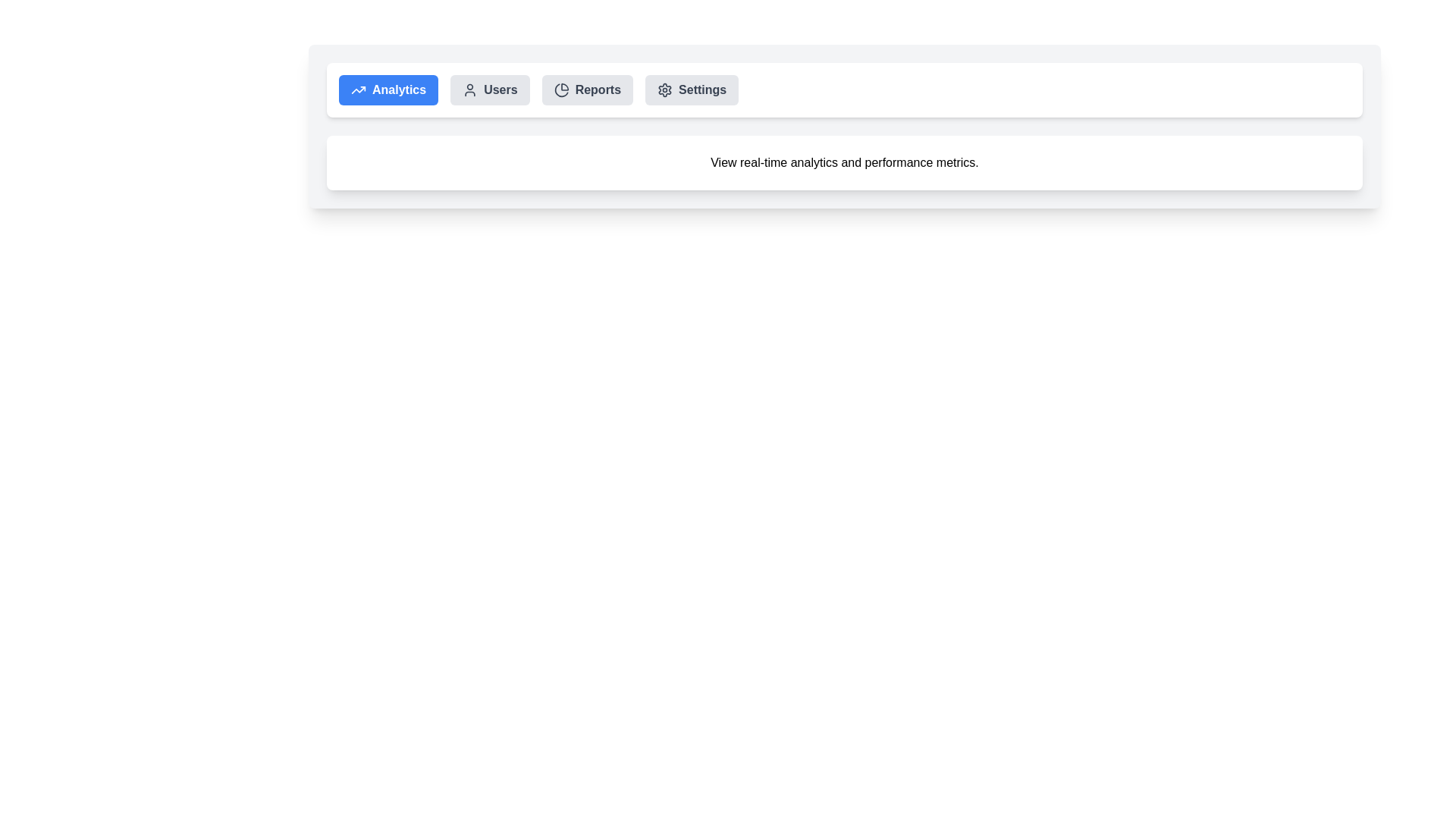  What do you see at coordinates (691, 90) in the screenshot?
I see `the tab labeled Settings to observe its hover effect` at bounding box center [691, 90].